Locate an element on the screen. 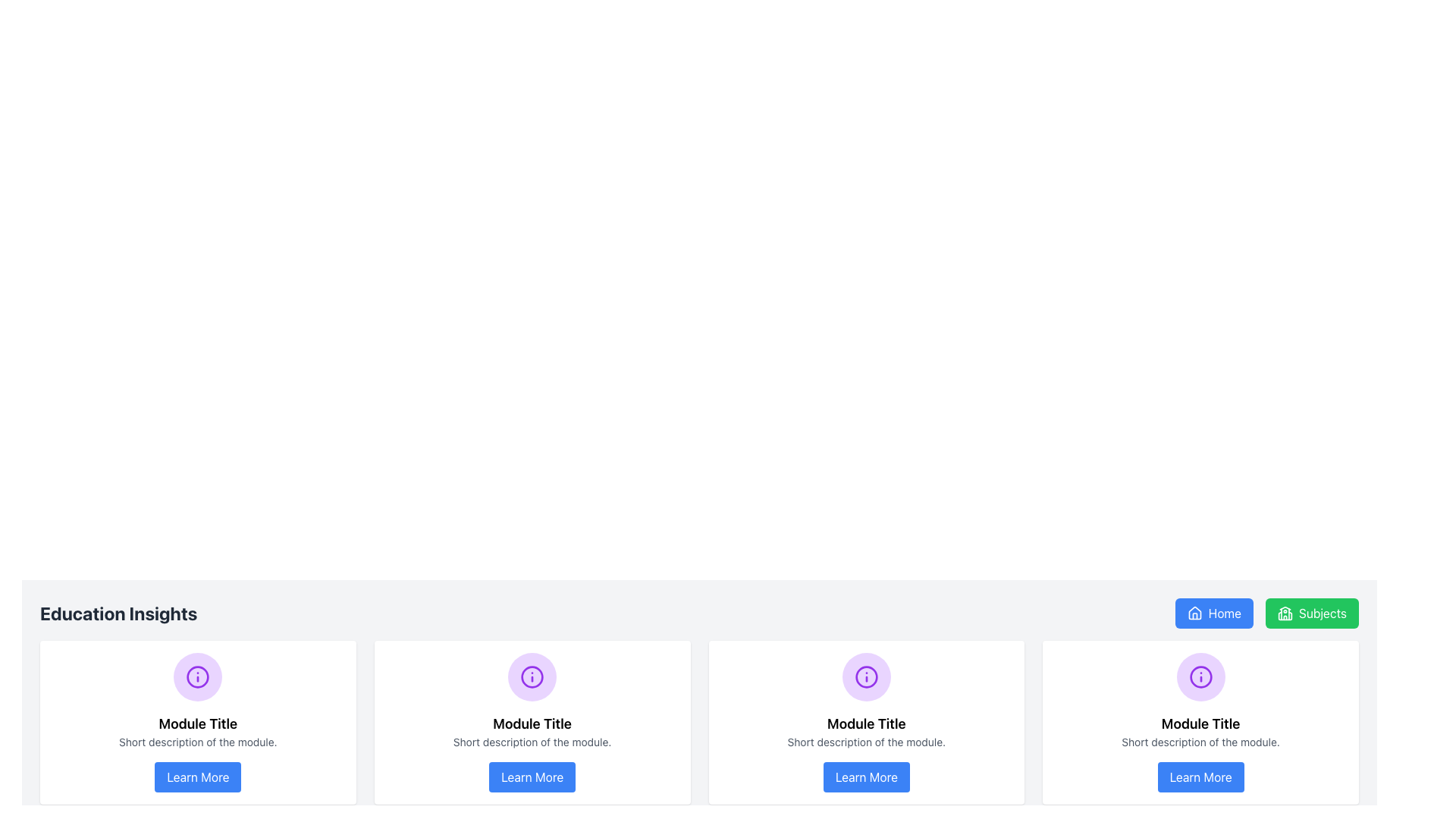 This screenshot has height=819, width=1456. the icon located at the center of the first card in the horizontally aligned list, which is contained within the top circular purple element above the 'Module Title' text is located at coordinates (197, 676).